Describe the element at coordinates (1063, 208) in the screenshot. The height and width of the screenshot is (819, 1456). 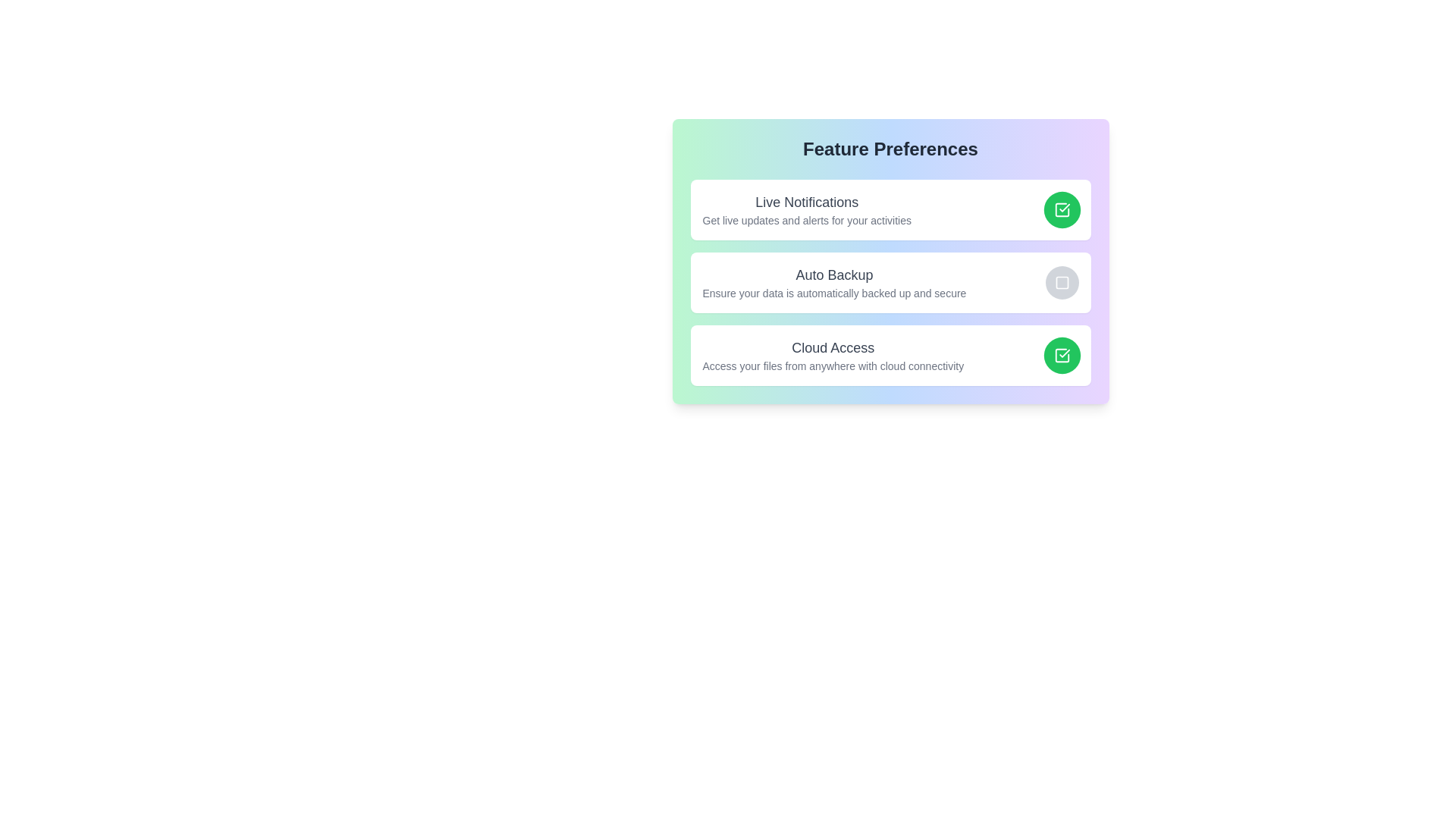
I see `the small green checkmark icon with a white background, which is the third icon in a vertical list aligned to the right of the 'Cloud Access' label` at that location.